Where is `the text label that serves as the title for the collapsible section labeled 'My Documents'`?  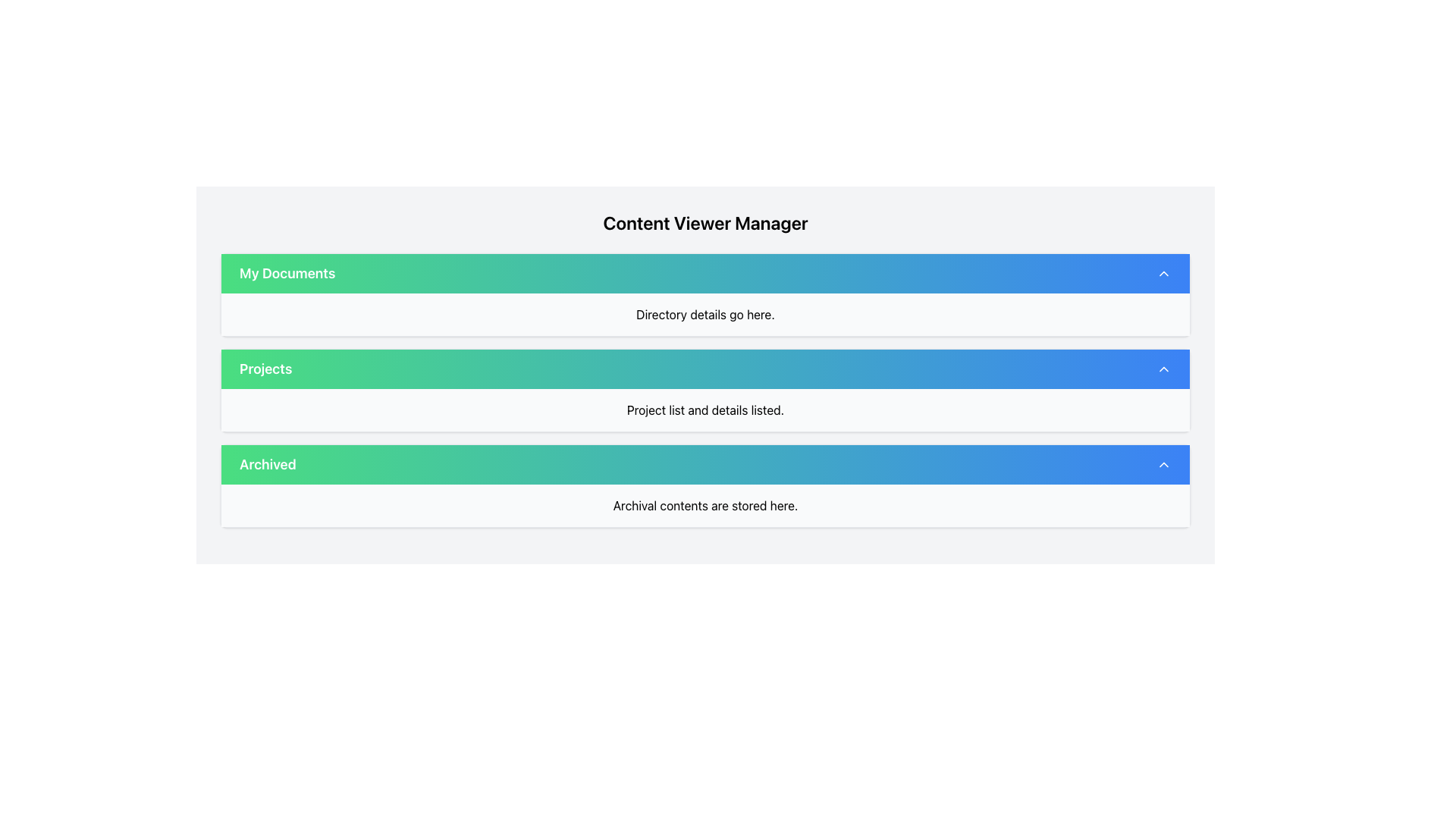 the text label that serves as the title for the collapsible section labeled 'My Documents' is located at coordinates (287, 274).